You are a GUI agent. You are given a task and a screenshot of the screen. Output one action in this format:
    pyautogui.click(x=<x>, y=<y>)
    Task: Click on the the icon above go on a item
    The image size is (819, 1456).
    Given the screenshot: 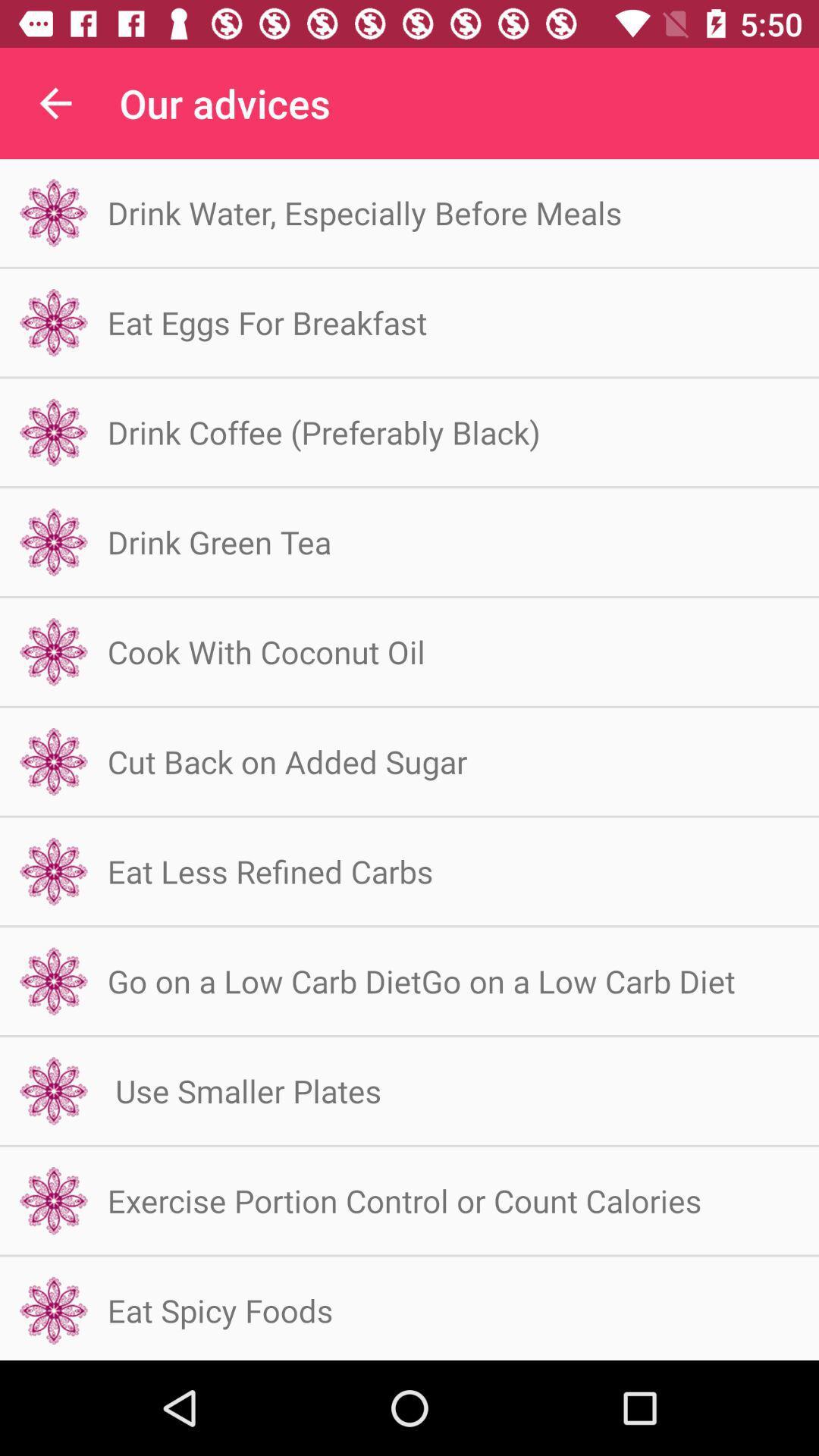 What is the action you would take?
    pyautogui.click(x=269, y=871)
    